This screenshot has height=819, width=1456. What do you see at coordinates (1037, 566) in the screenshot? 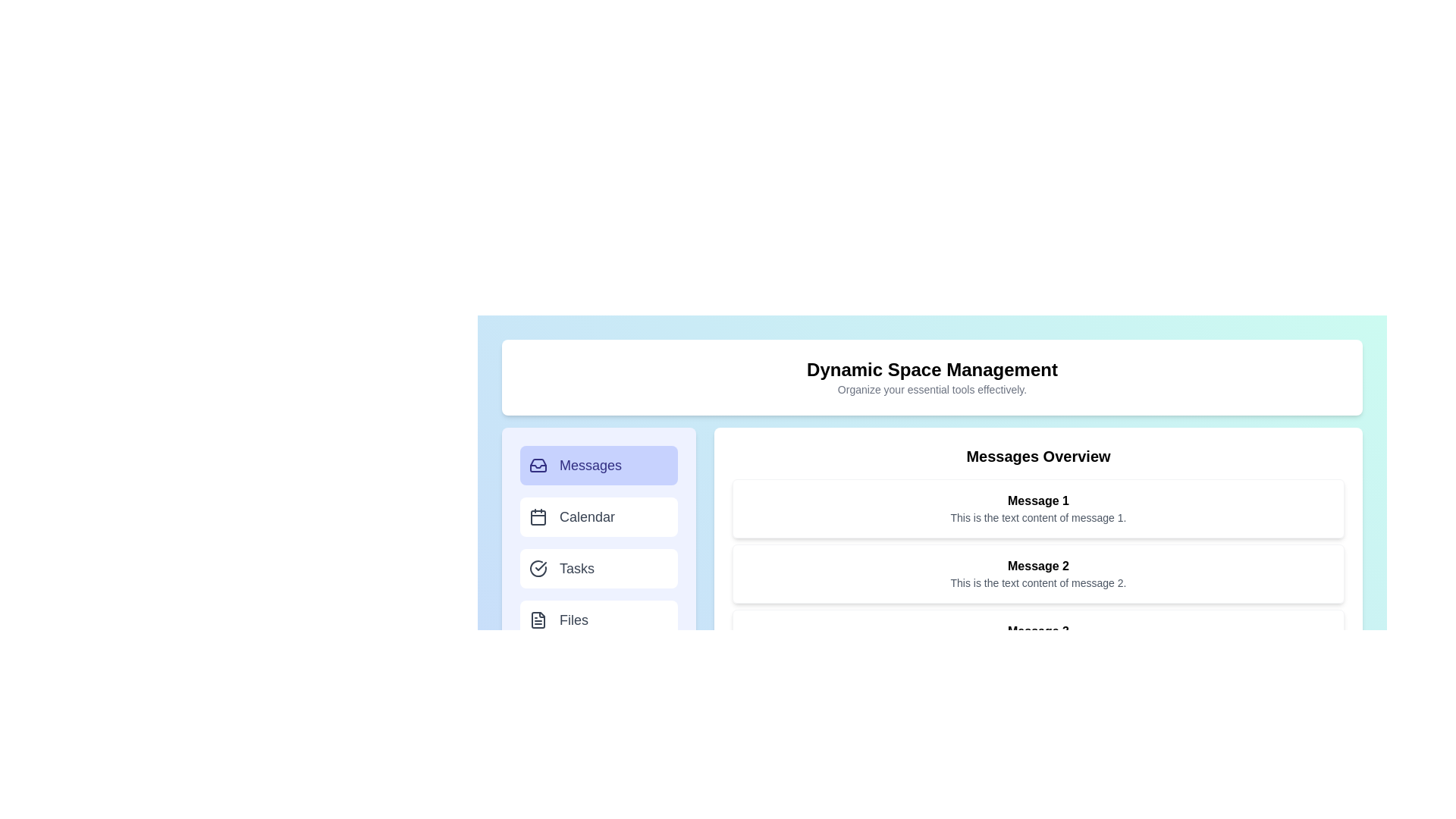
I see `text of the Text label that serves as a title or headline for the second message card in the list of message cards` at bounding box center [1037, 566].